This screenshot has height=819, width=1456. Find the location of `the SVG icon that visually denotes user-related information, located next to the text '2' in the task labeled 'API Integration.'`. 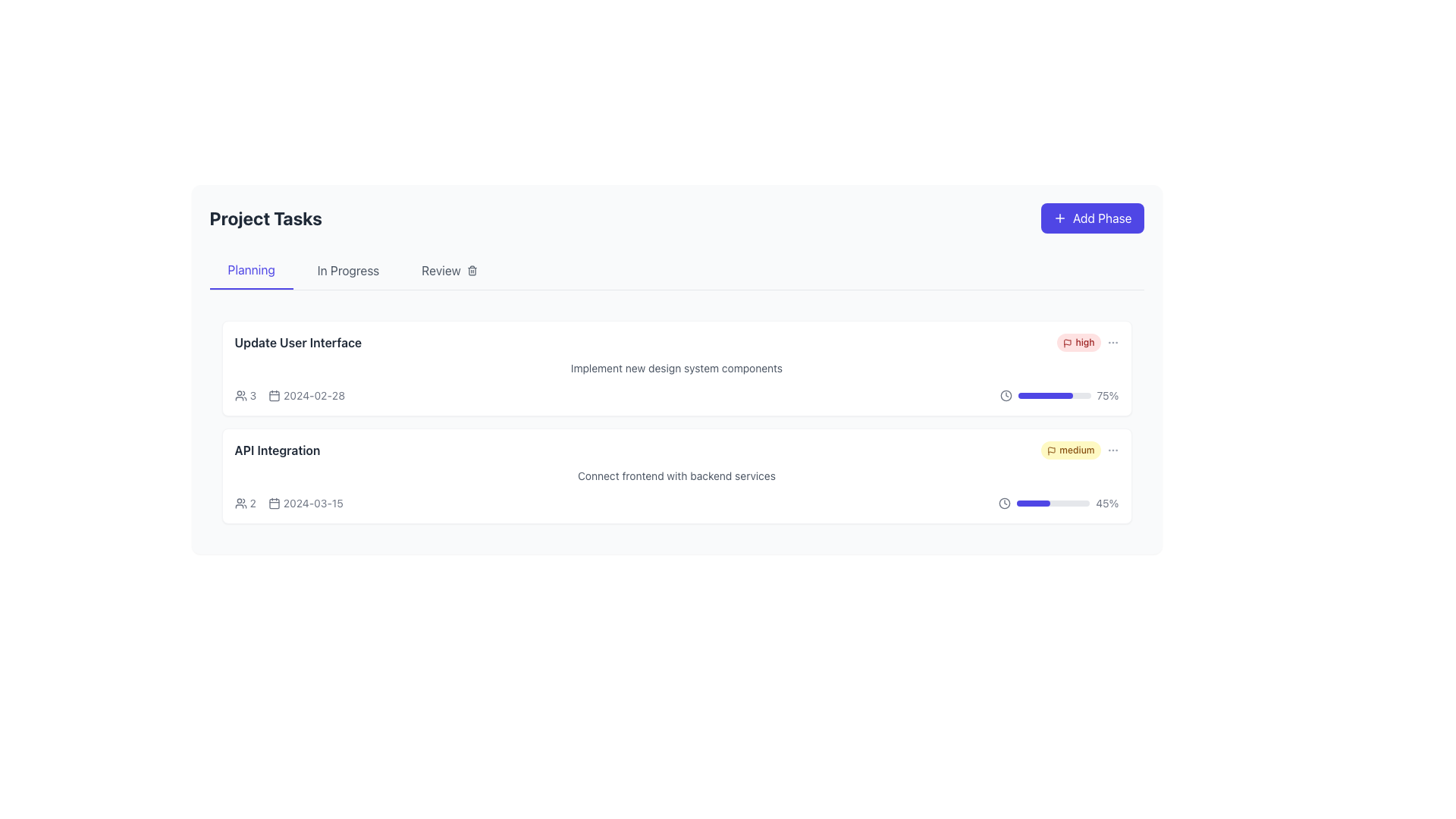

the SVG icon that visually denotes user-related information, located next to the text '2' in the task labeled 'API Integration.' is located at coordinates (240, 503).